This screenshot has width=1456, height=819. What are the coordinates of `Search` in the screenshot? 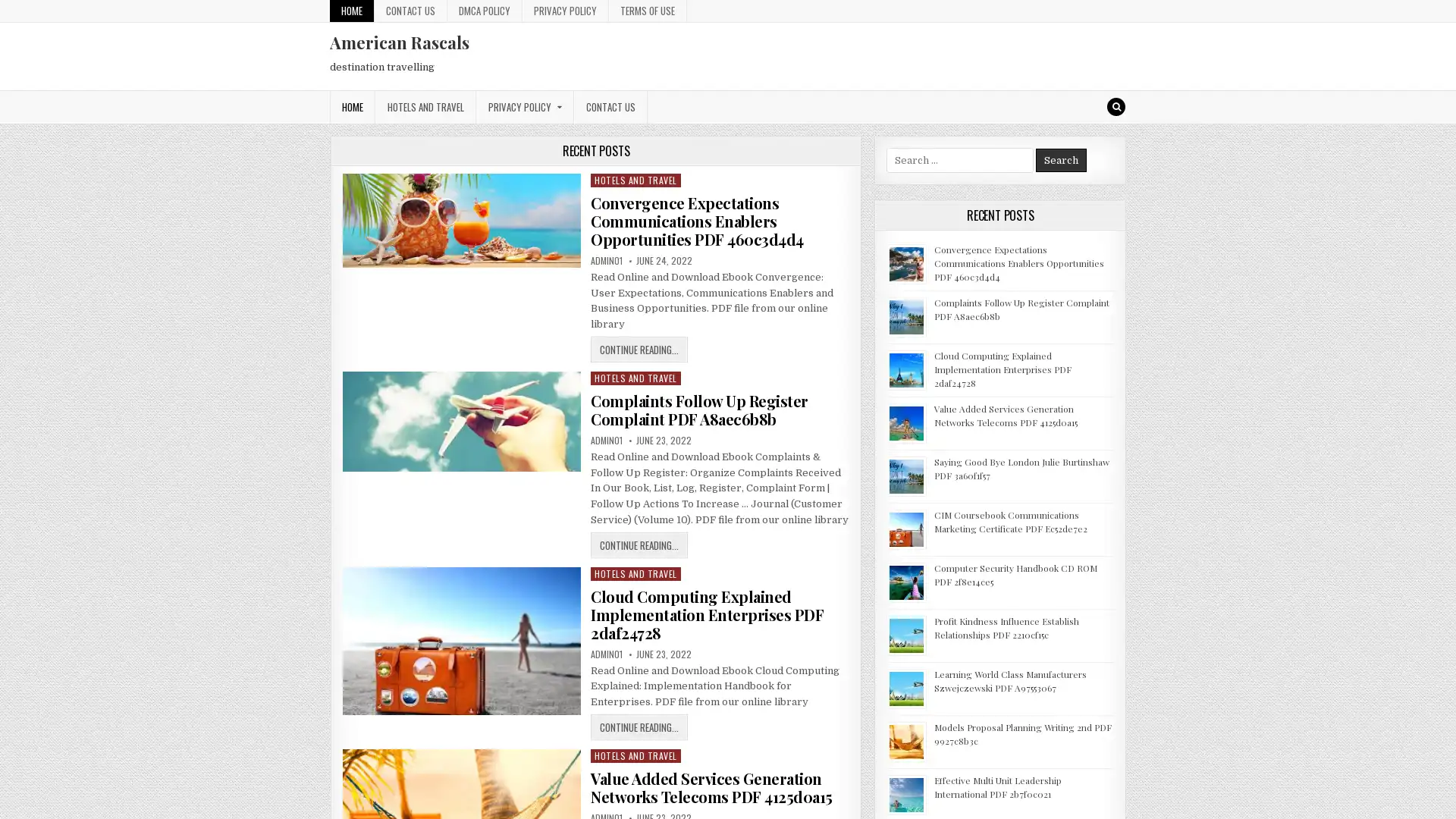 It's located at (1060, 160).